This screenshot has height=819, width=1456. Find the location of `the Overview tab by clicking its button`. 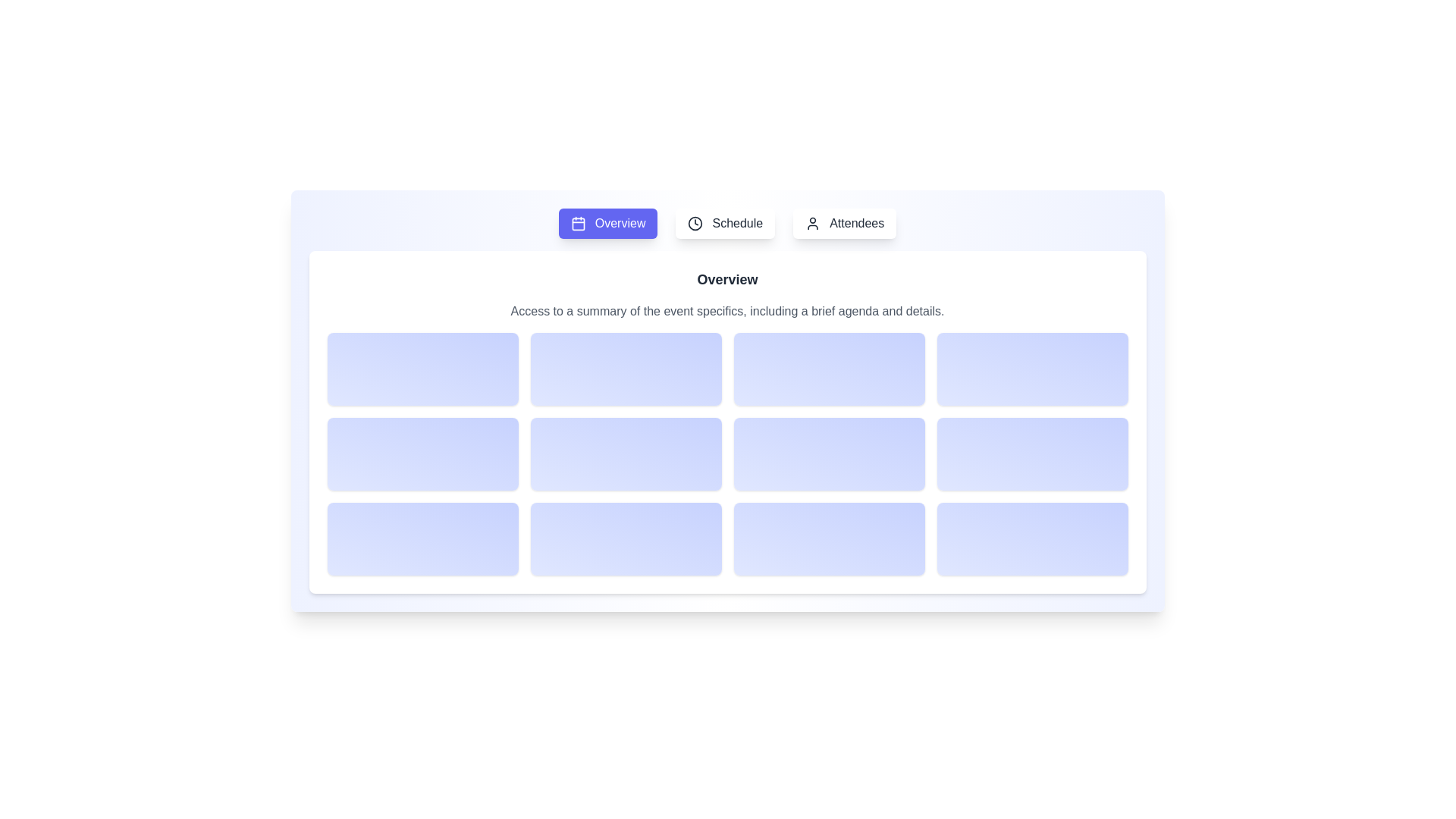

the Overview tab by clicking its button is located at coordinates (607, 223).